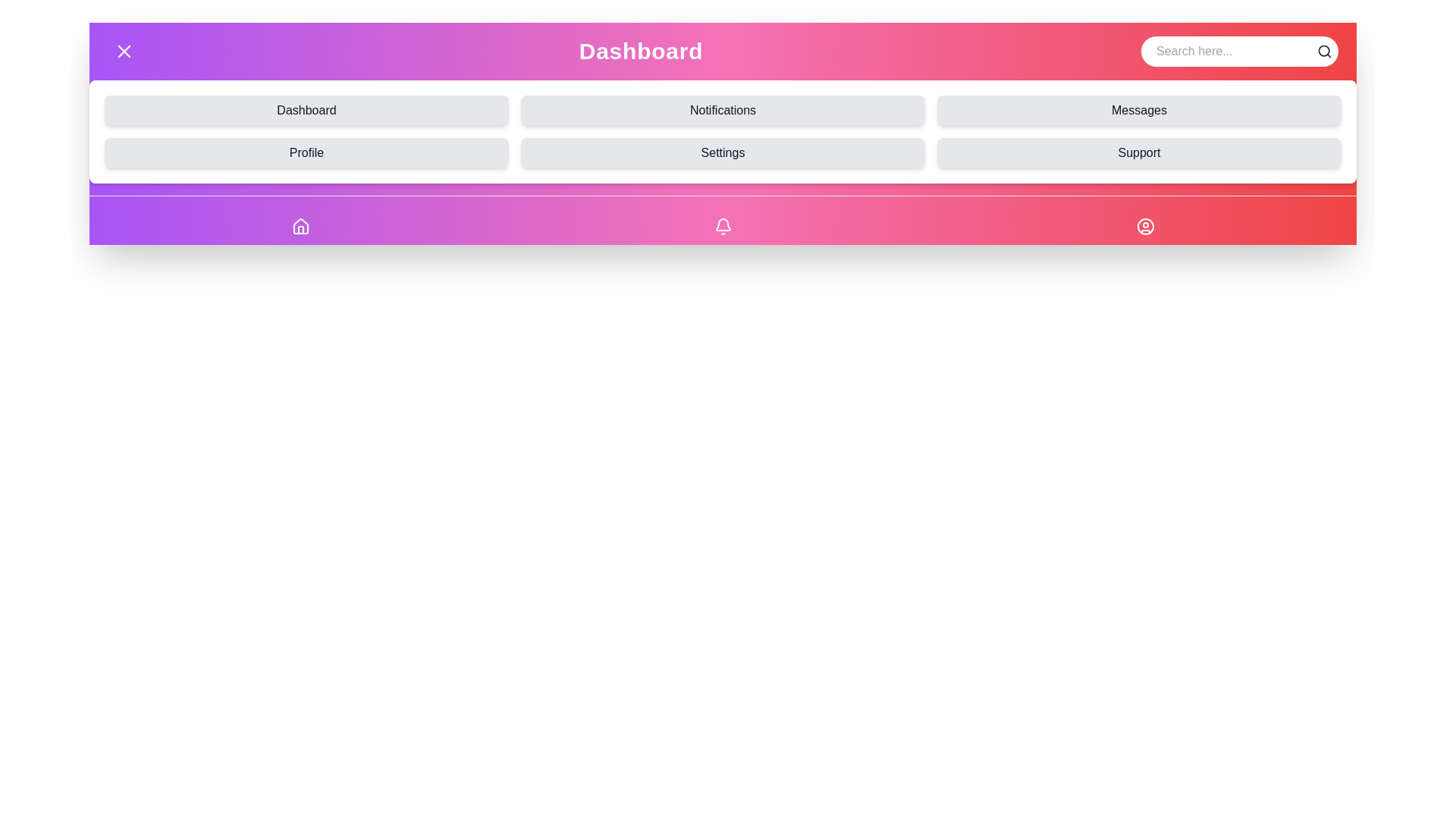 This screenshot has height=819, width=1456. What do you see at coordinates (300, 227) in the screenshot?
I see `the footer button corresponding to Home` at bounding box center [300, 227].